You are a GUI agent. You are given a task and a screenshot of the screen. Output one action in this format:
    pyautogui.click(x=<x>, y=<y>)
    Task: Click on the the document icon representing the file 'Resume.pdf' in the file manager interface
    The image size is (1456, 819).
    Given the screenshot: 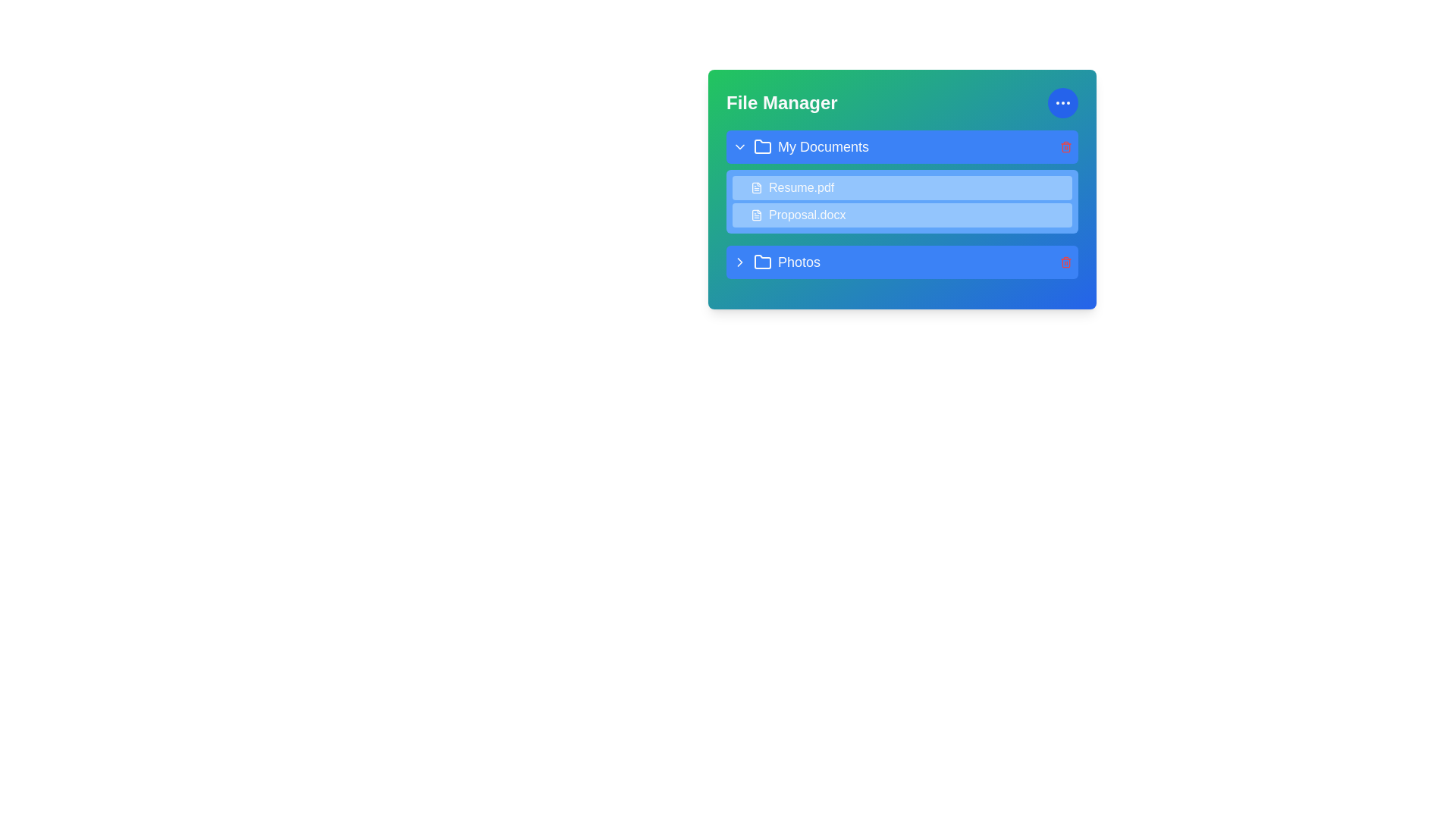 What is the action you would take?
    pyautogui.click(x=757, y=187)
    